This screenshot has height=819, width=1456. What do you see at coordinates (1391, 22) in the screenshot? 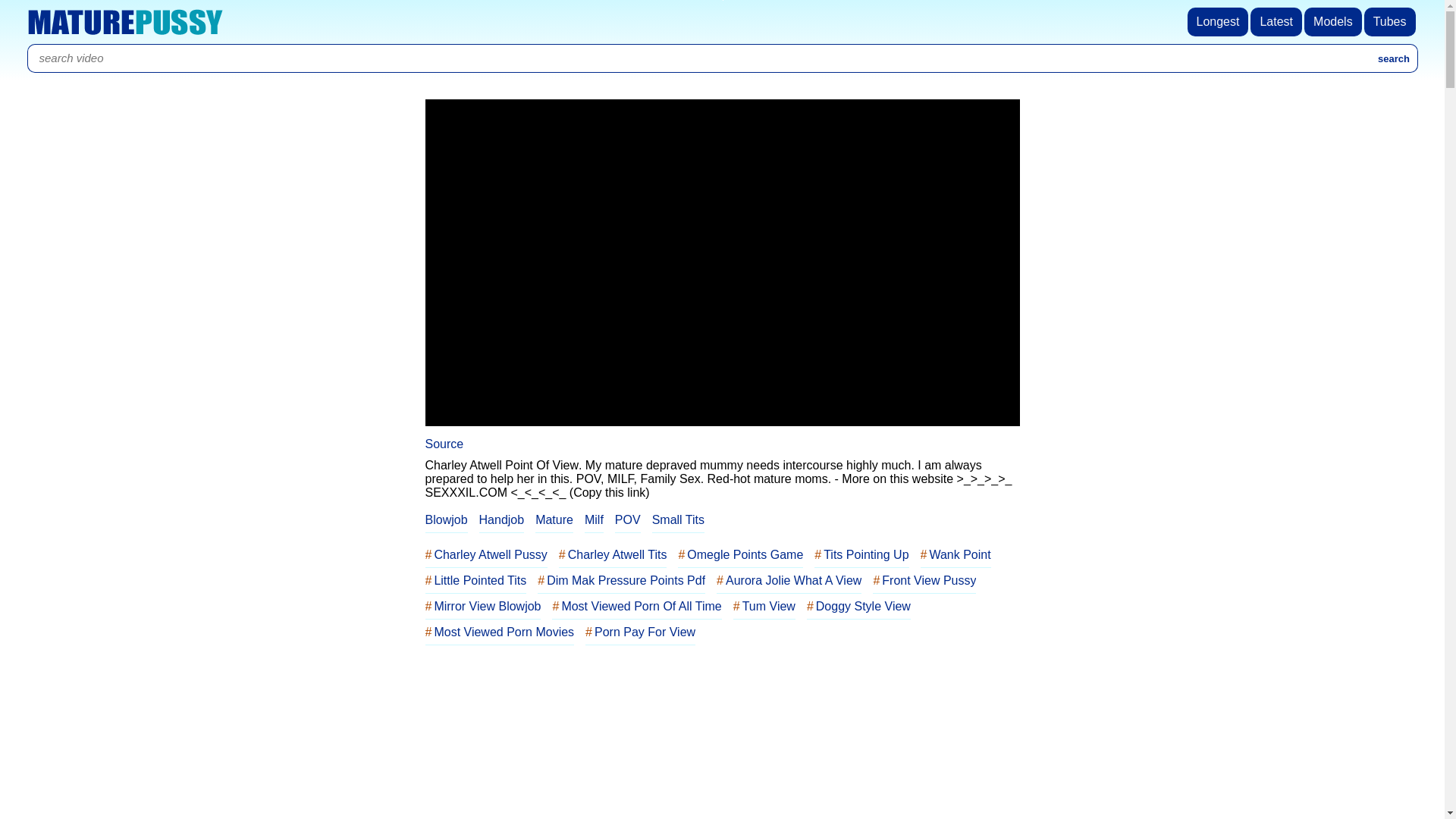
I see `'Tubes'` at bounding box center [1391, 22].